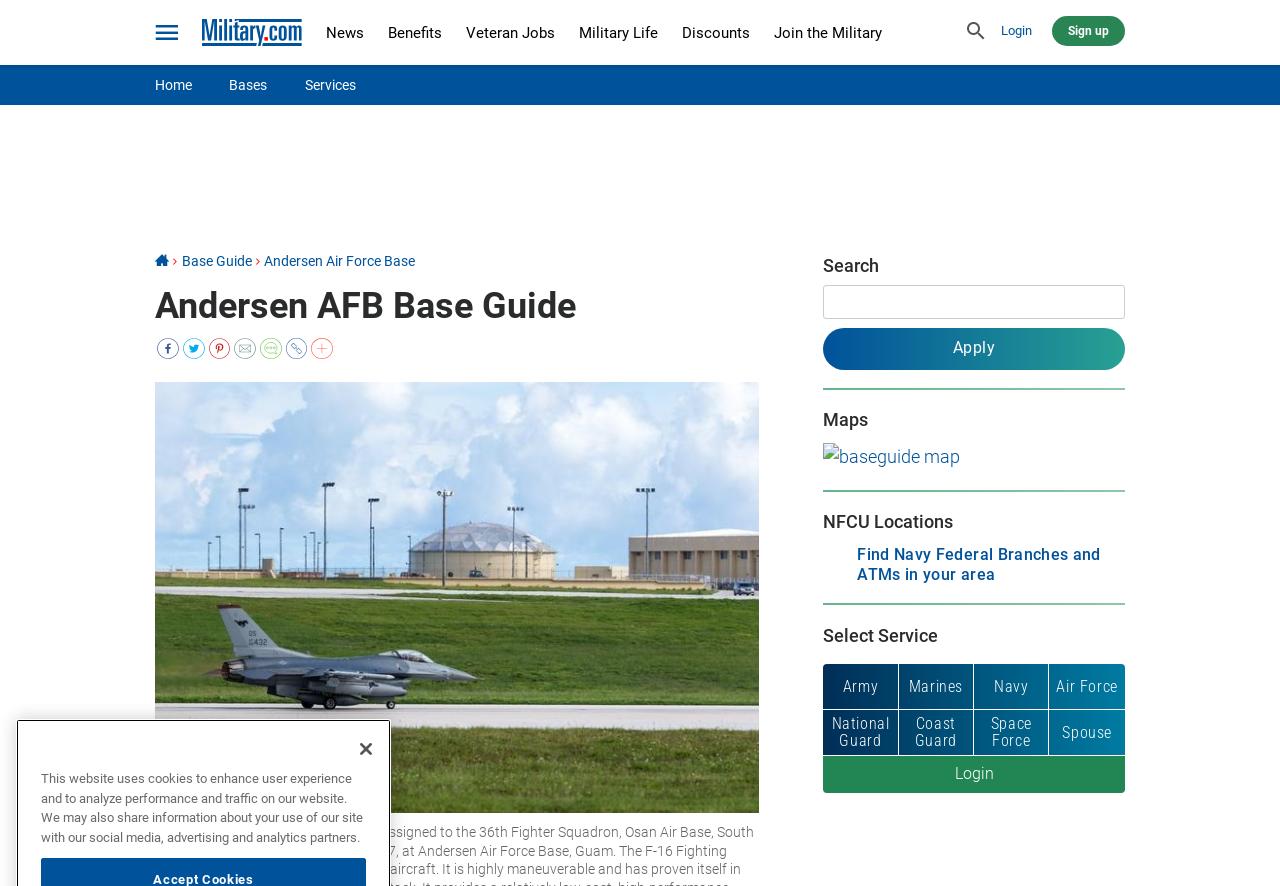 The width and height of the screenshot is (1280, 886). Describe the element at coordinates (577, 32) in the screenshot. I see `'Military Life'` at that location.